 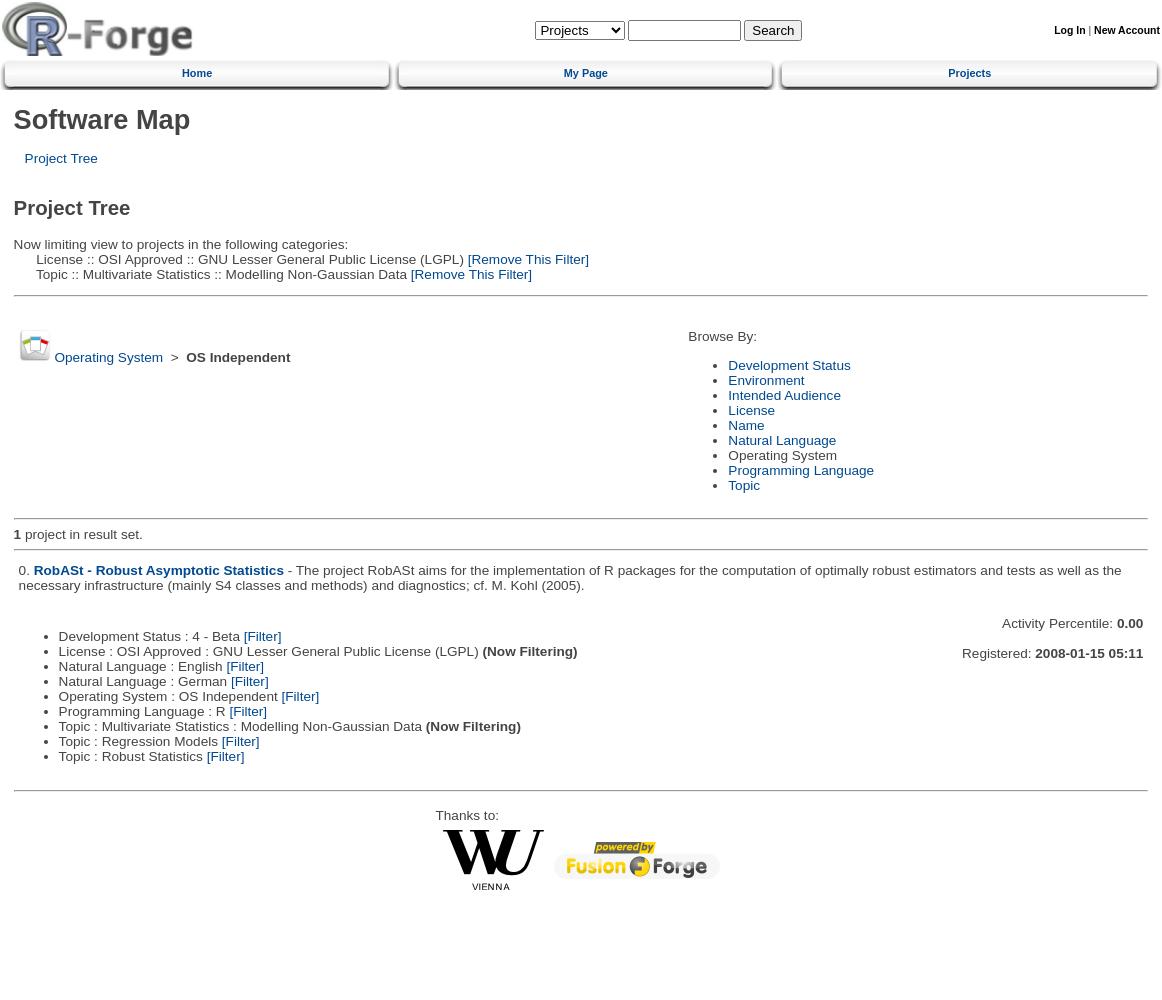 I want to click on 'Development Status', so click(x=788, y=363).